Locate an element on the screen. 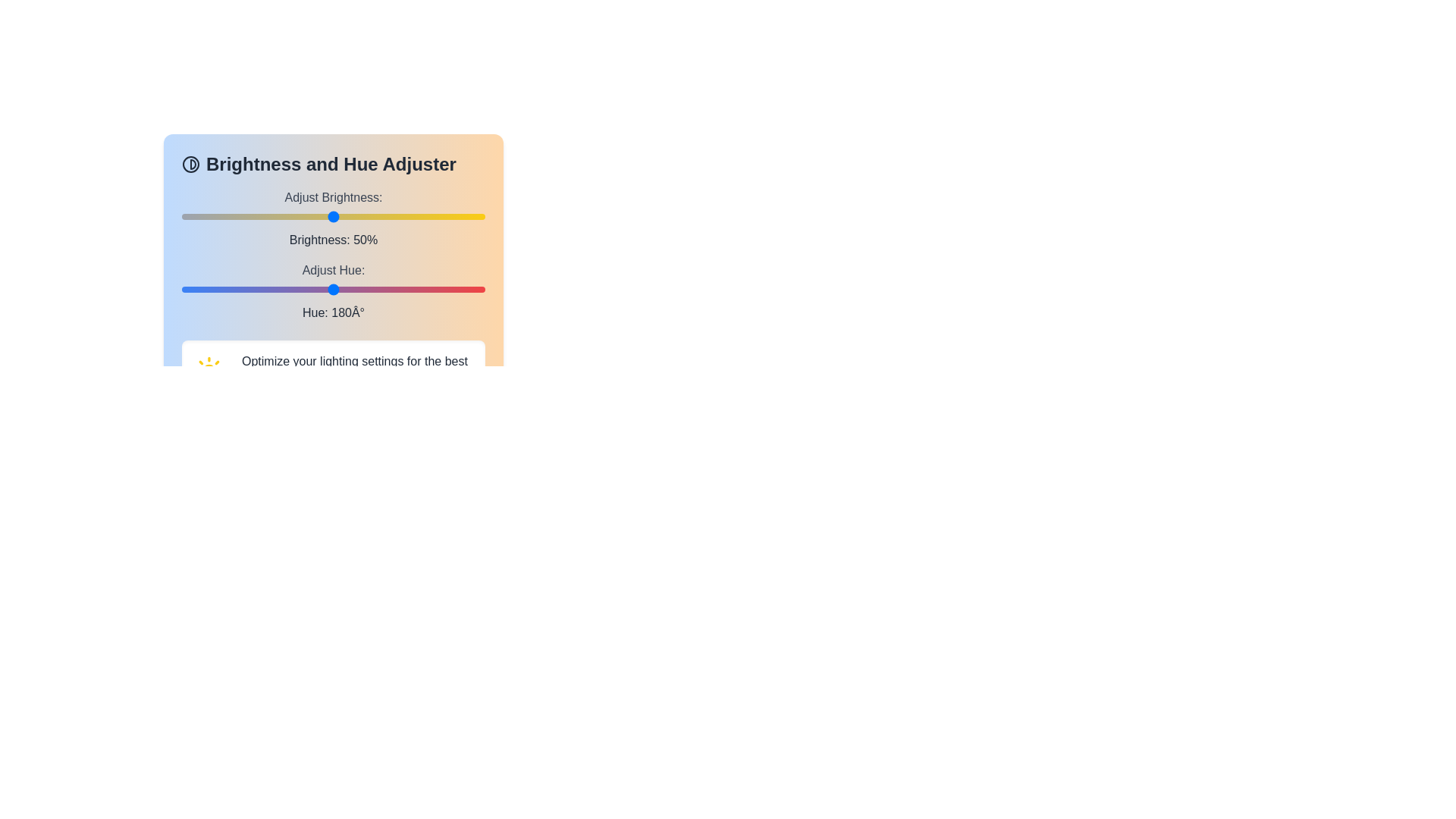 The width and height of the screenshot is (1456, 819). the hue to 74 degrees by moving the slider is located at coordinates (244, 289).